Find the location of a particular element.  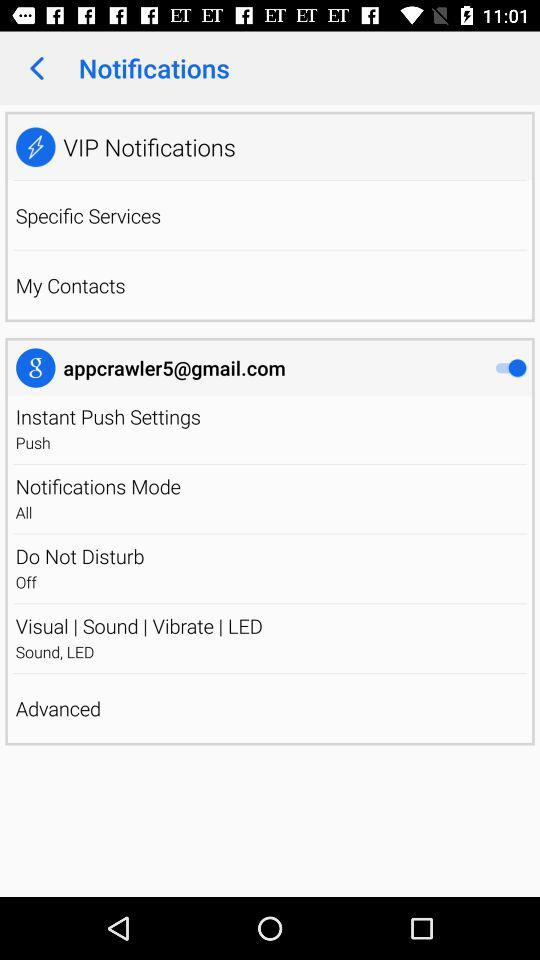

icon below sound, led app is located at coordinates (270, 673).